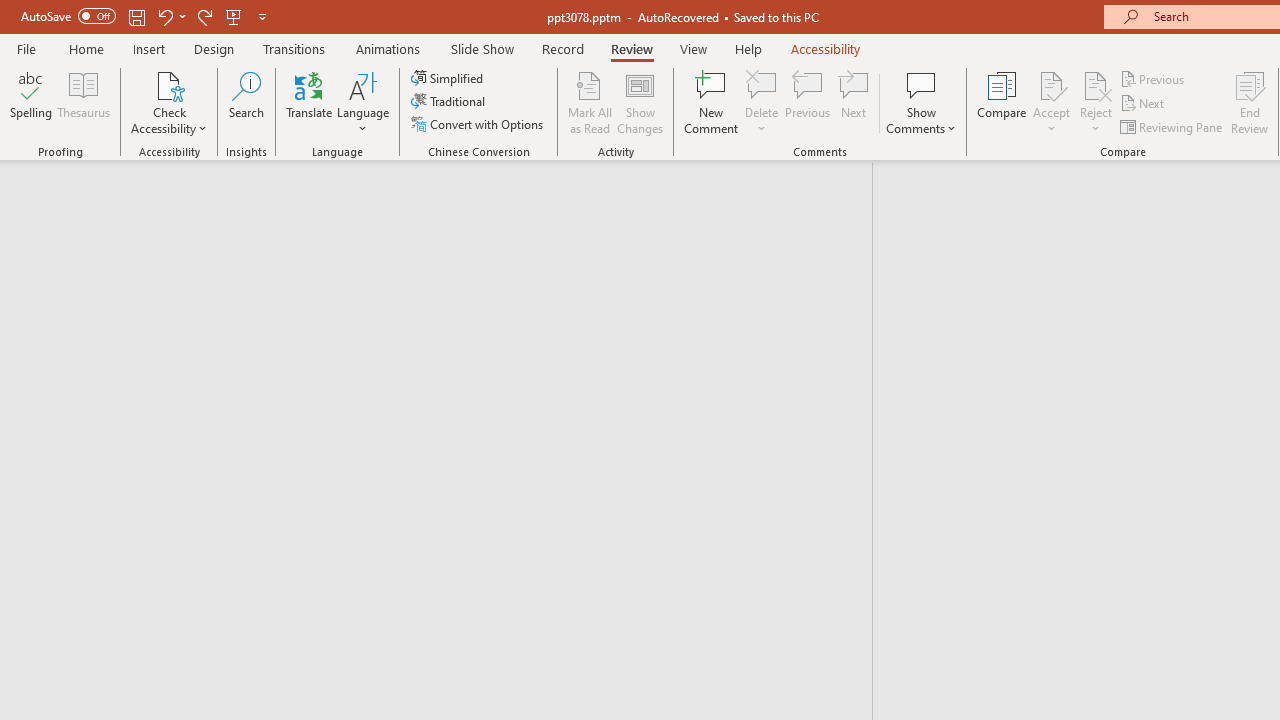 The height and width of the screenshot is (720, 1280). I want to click on 'Reject Change', so click(1095, 84).